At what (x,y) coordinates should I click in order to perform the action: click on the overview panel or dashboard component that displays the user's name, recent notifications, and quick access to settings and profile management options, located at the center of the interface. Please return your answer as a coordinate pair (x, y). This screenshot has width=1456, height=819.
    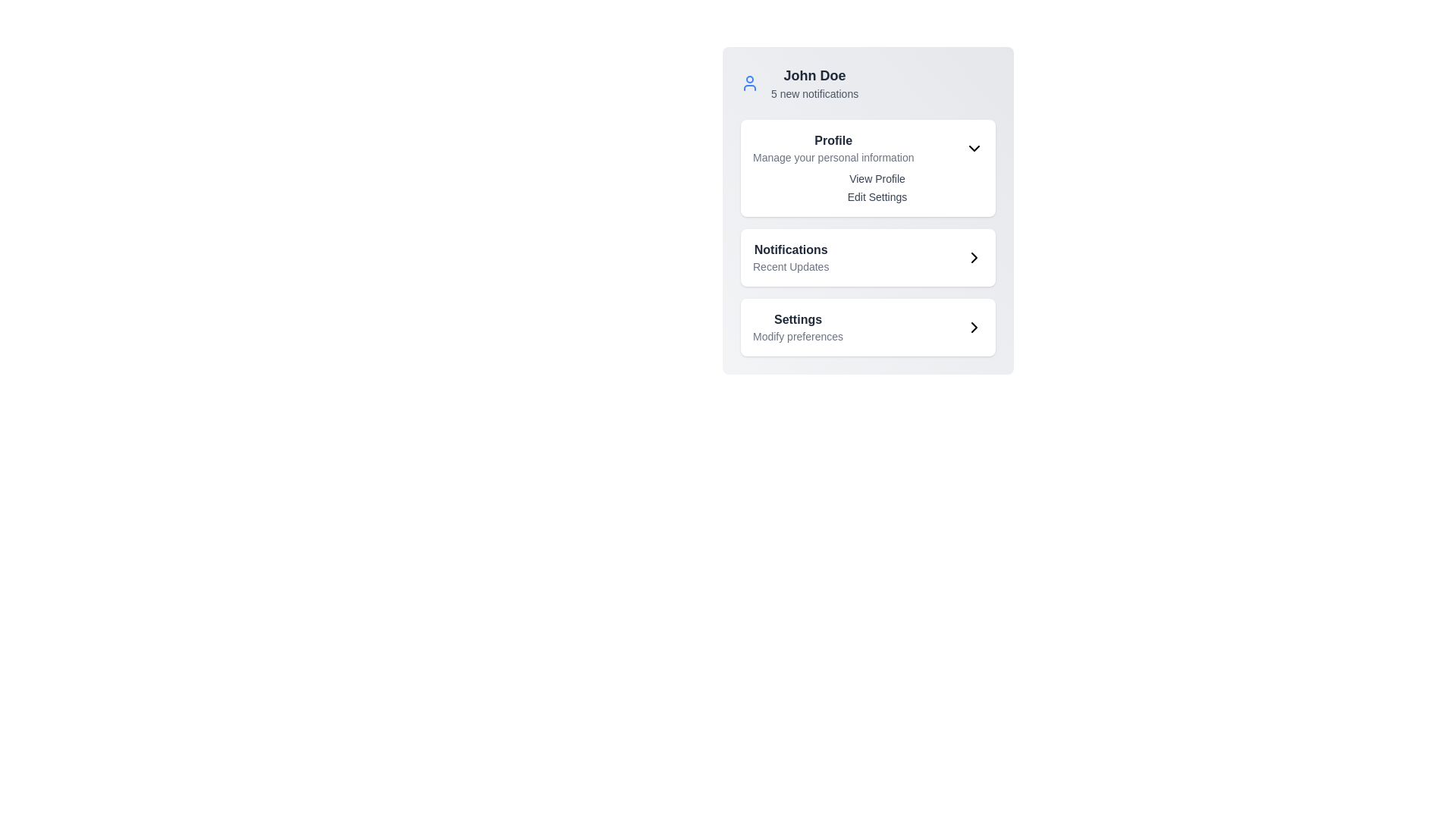
    Looking at the image, I should click on (868, 210).